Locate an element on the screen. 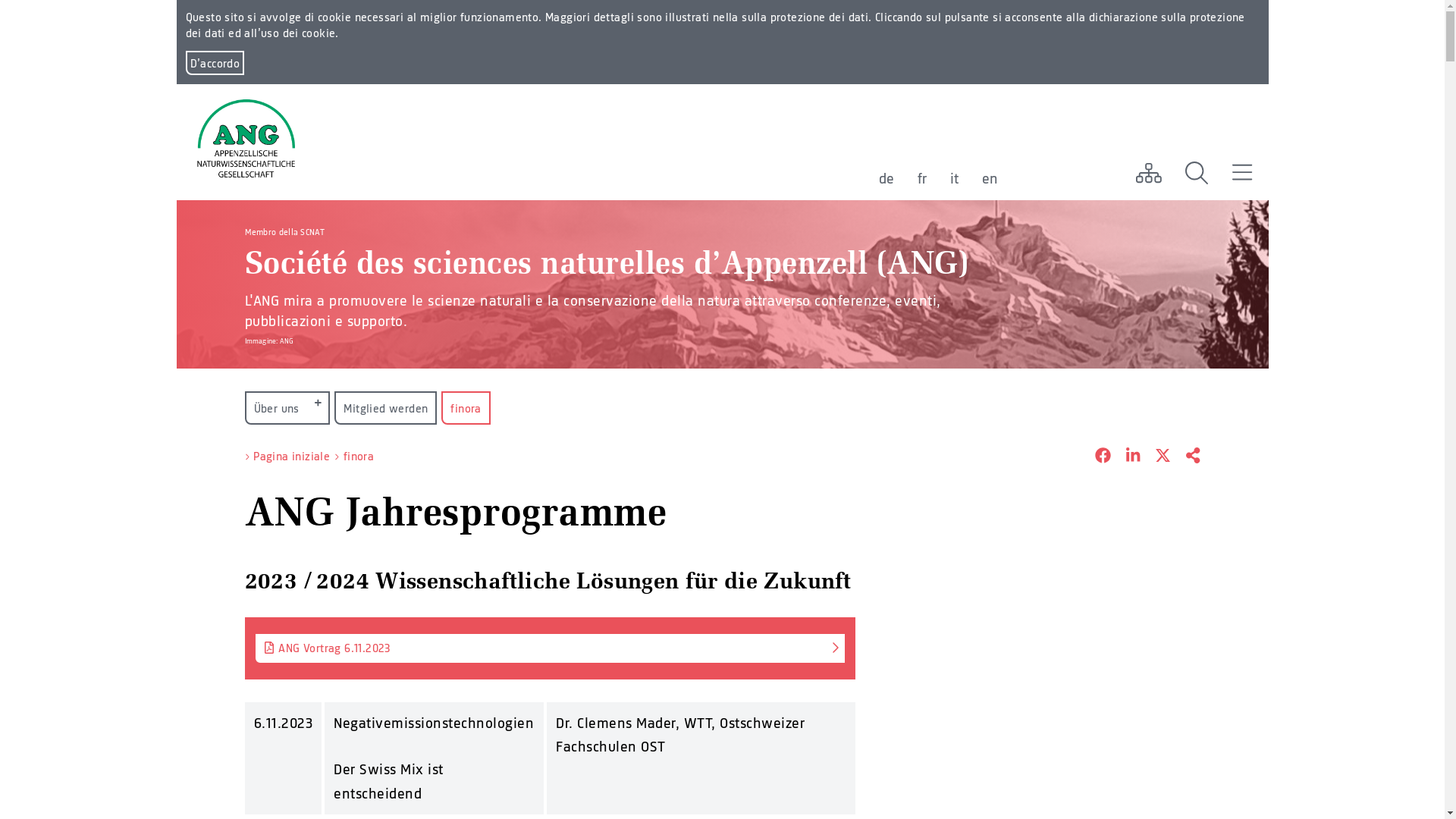 This screenshot has width=1456, height=819. 'Menu' is located at coordinates (1241, 171).